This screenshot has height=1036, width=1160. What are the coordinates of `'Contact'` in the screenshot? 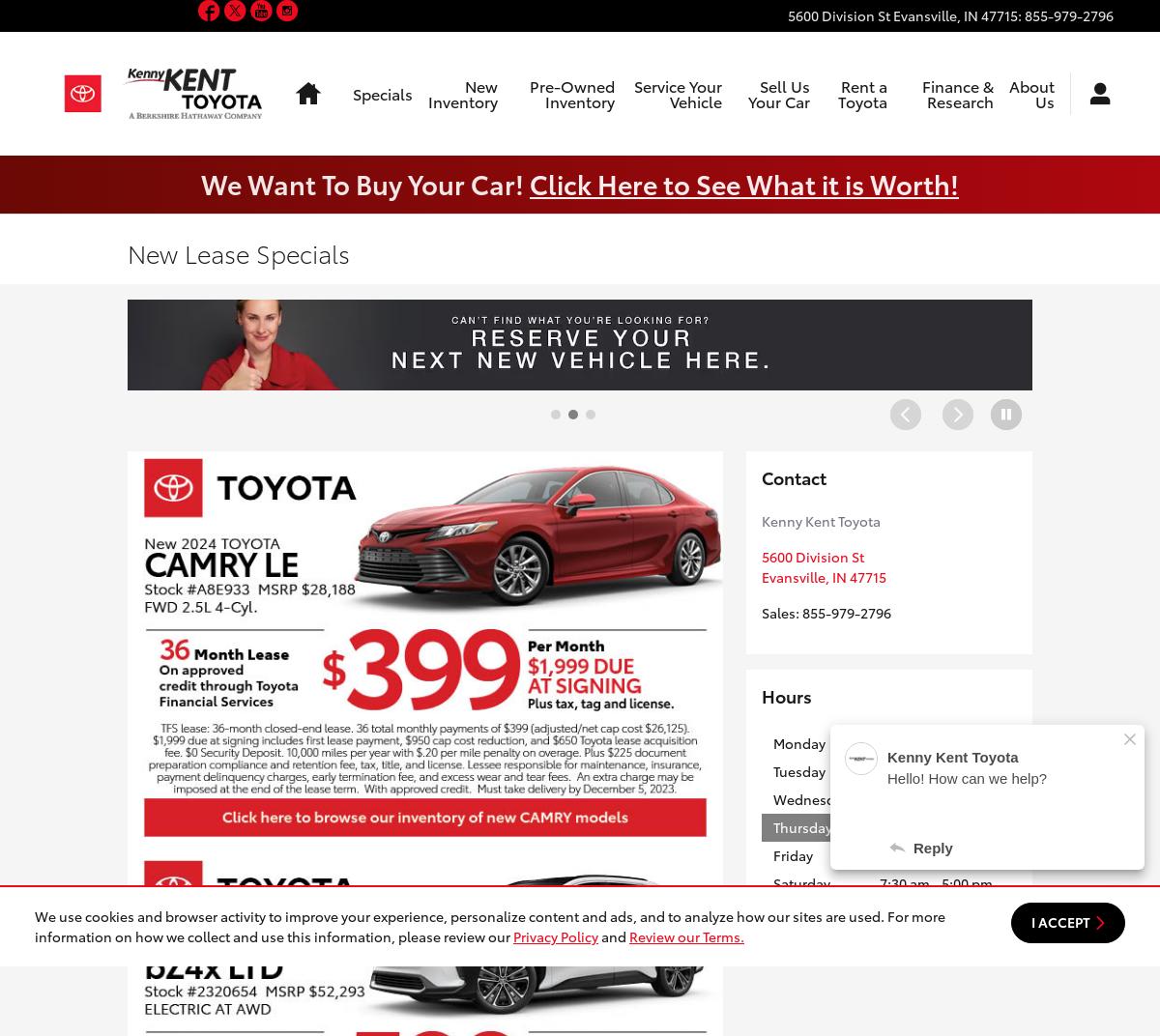 It's located at (793, 476).